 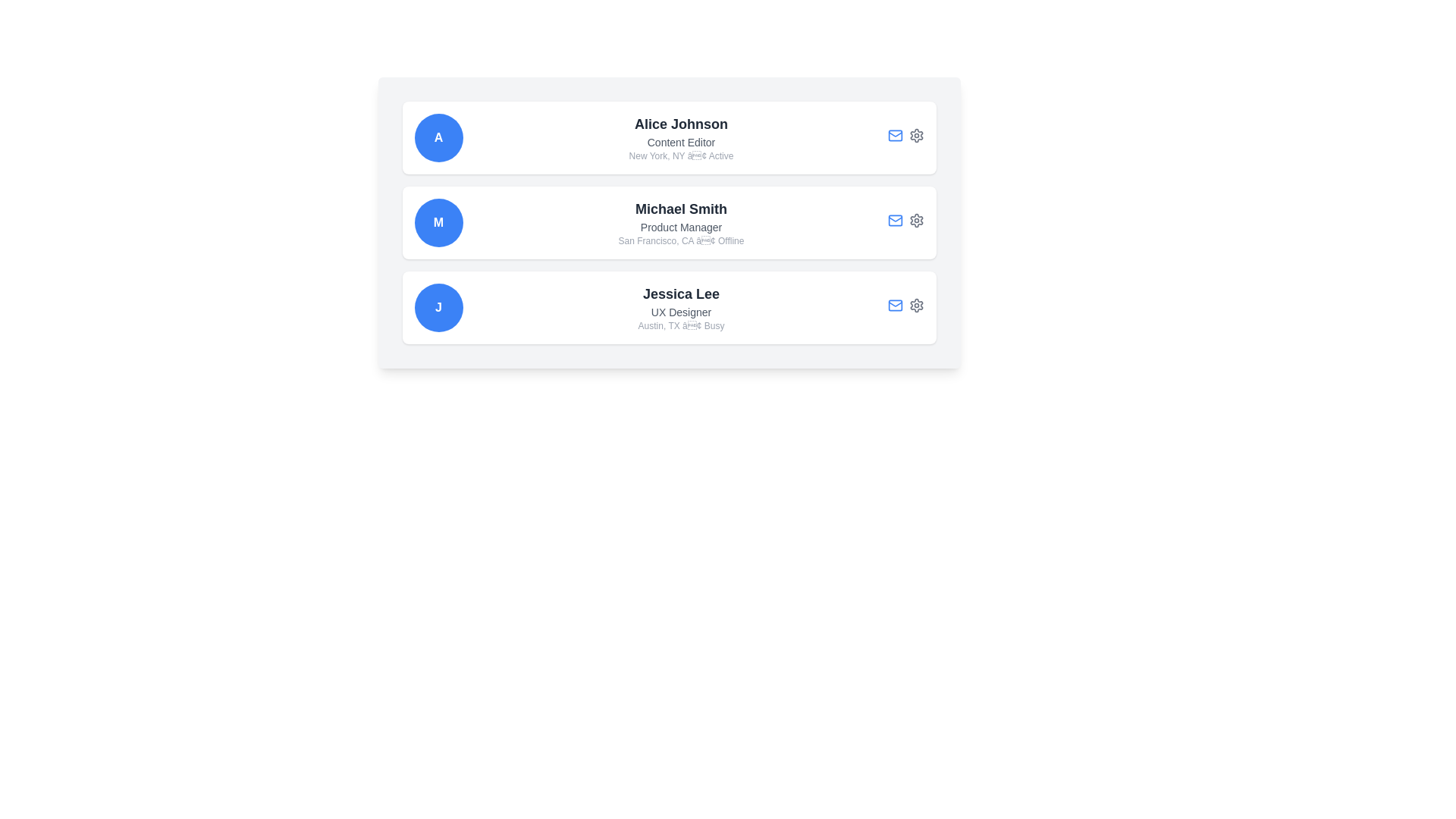 What do you see at coordinates (680, 143) in the screenshot?
I see `the text label displaying 'Content Editor', which is a small light gray text located below 'Alice Johnson' and above 'New York, NY • Active'` at bounding box center [680, 143].